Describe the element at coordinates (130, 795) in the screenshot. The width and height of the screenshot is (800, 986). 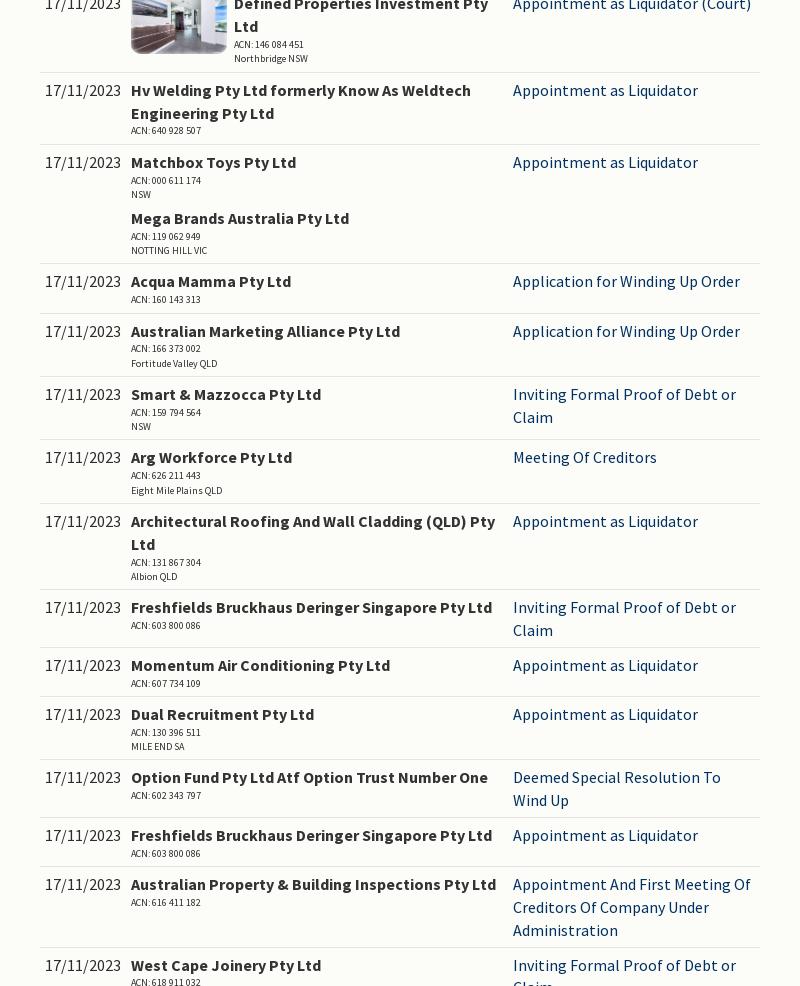
I see `'ACN: 602 343 797'` at that location.